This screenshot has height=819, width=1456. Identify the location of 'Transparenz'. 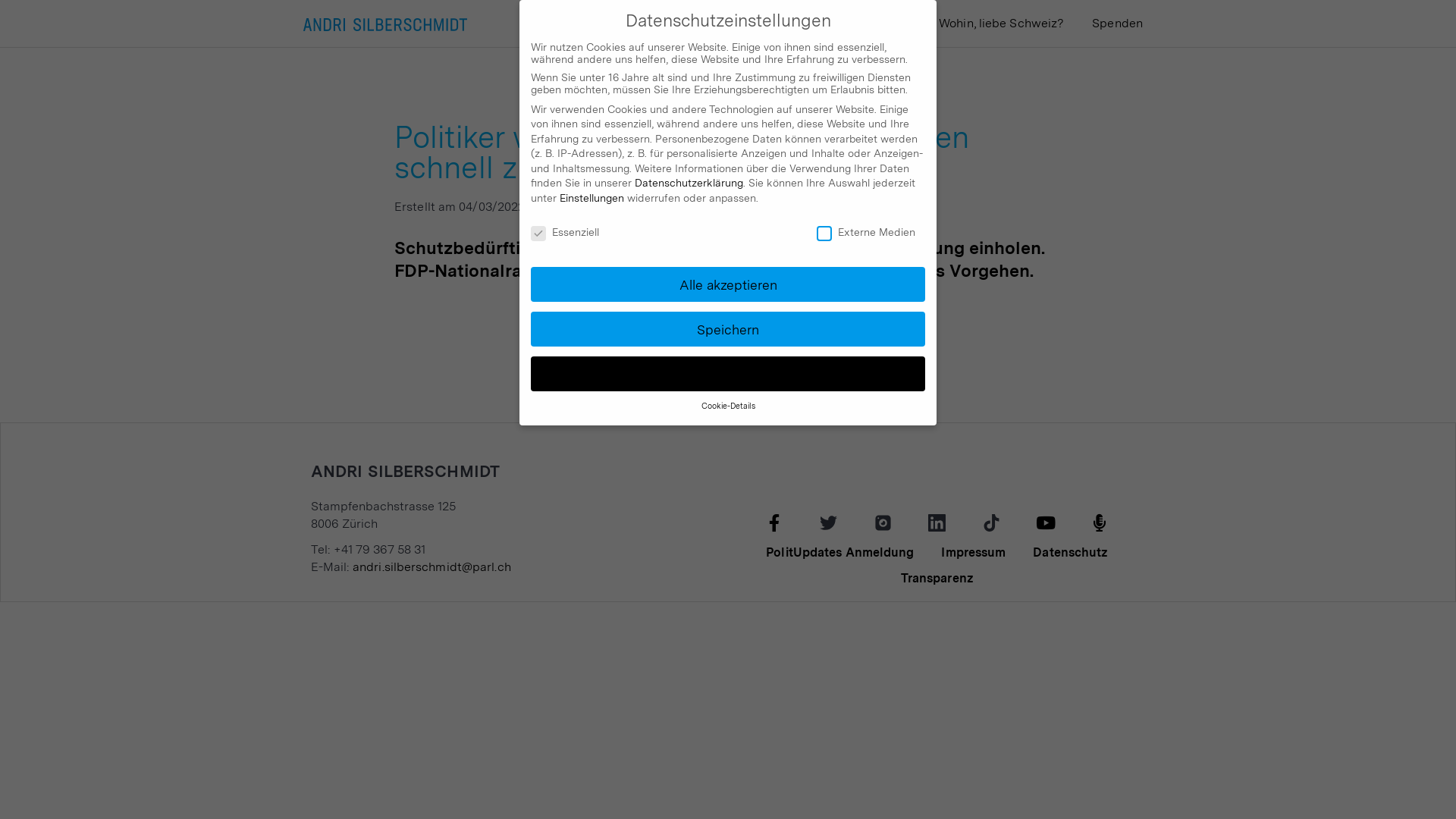
(937, 579).